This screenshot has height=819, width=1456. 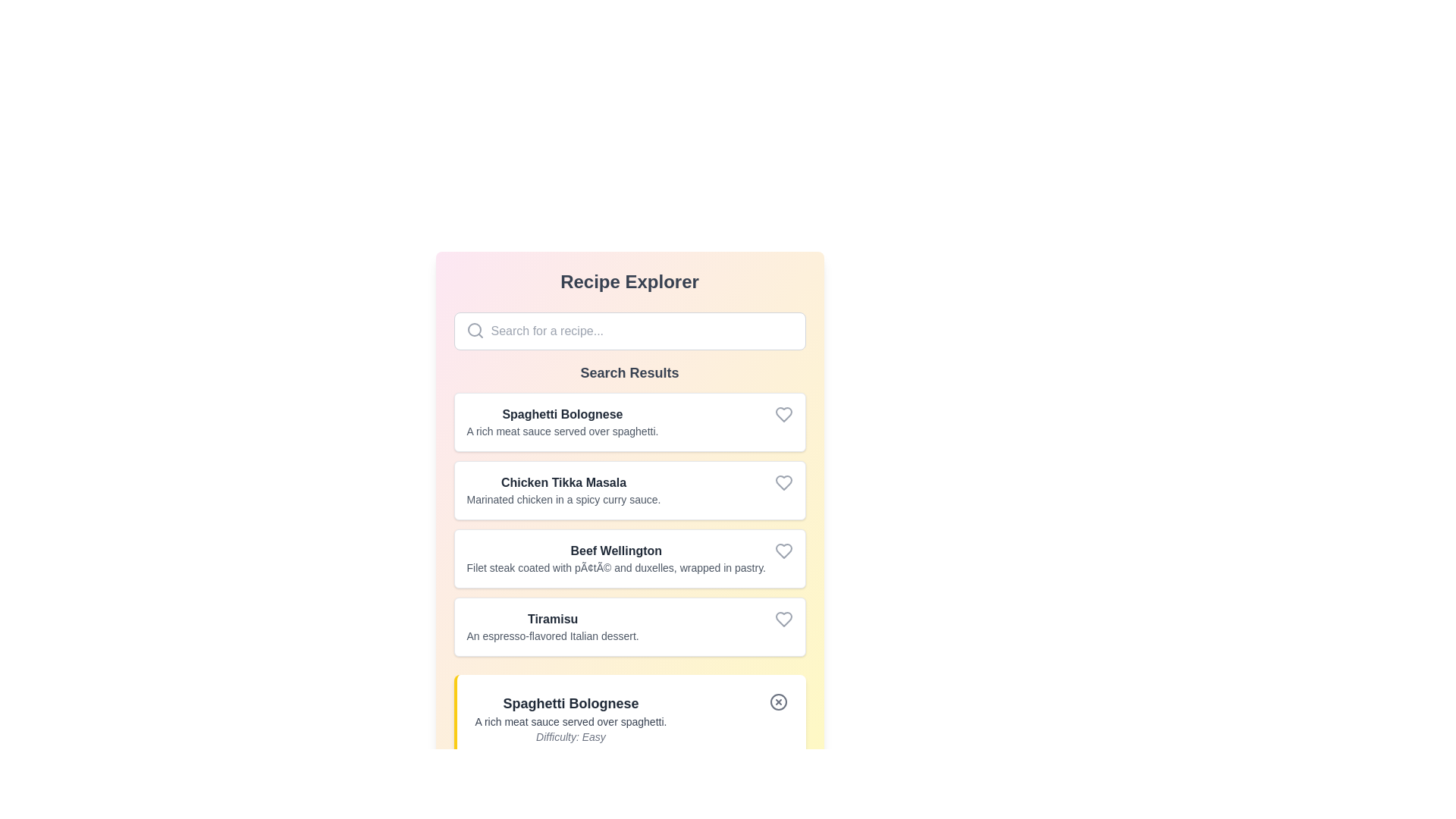 What do you see at coordinates (616, 558) in the screenshot?
I see `the text block displaying the recipe 'Beef Wellington,' which is the third entry in the vertical list of items under the 'Search Results' section` at bounding box center [616, 558].